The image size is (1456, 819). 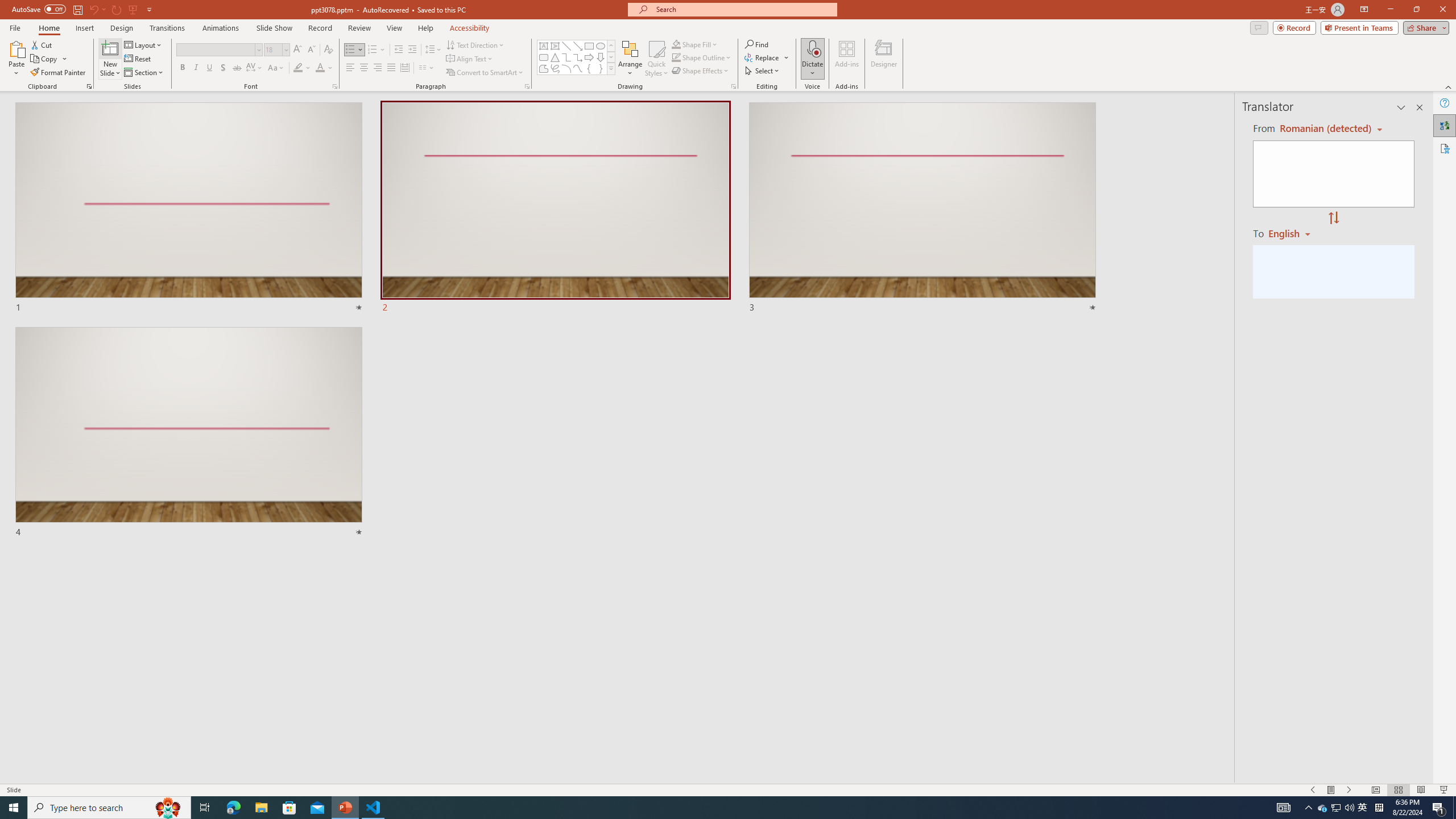 What do you see at coordinates (320, 67) in the screenshot?
I see `'Font Color Red'` at bounding box center [320, 67].